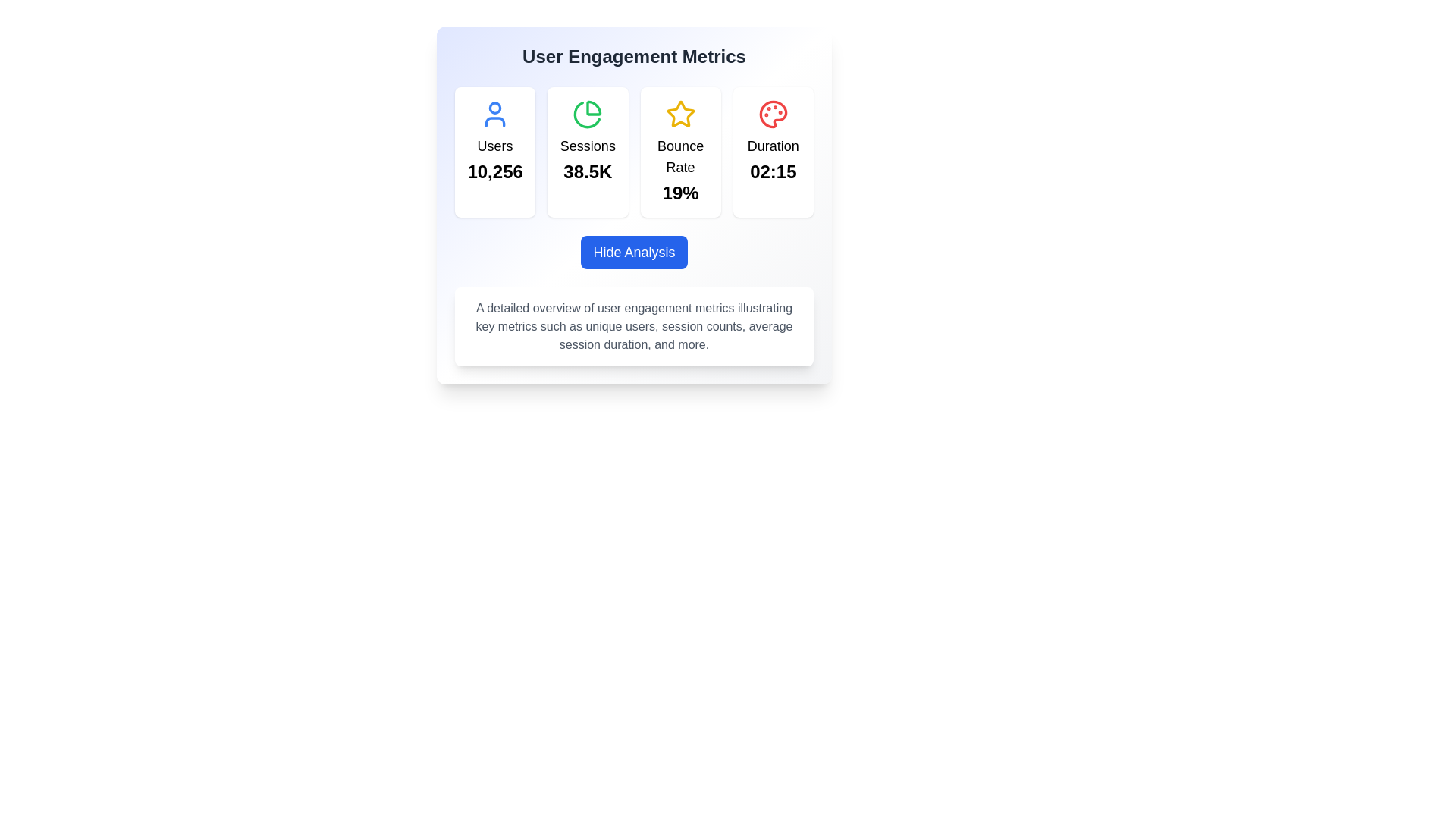 This screenshot has height=819, width=1456. I want to click on the 'Bounce Rate' metric card, which is the third card in a sequence of four cards, located between the 'Sessions' card and the 'Duration' card, so click(679, 152).